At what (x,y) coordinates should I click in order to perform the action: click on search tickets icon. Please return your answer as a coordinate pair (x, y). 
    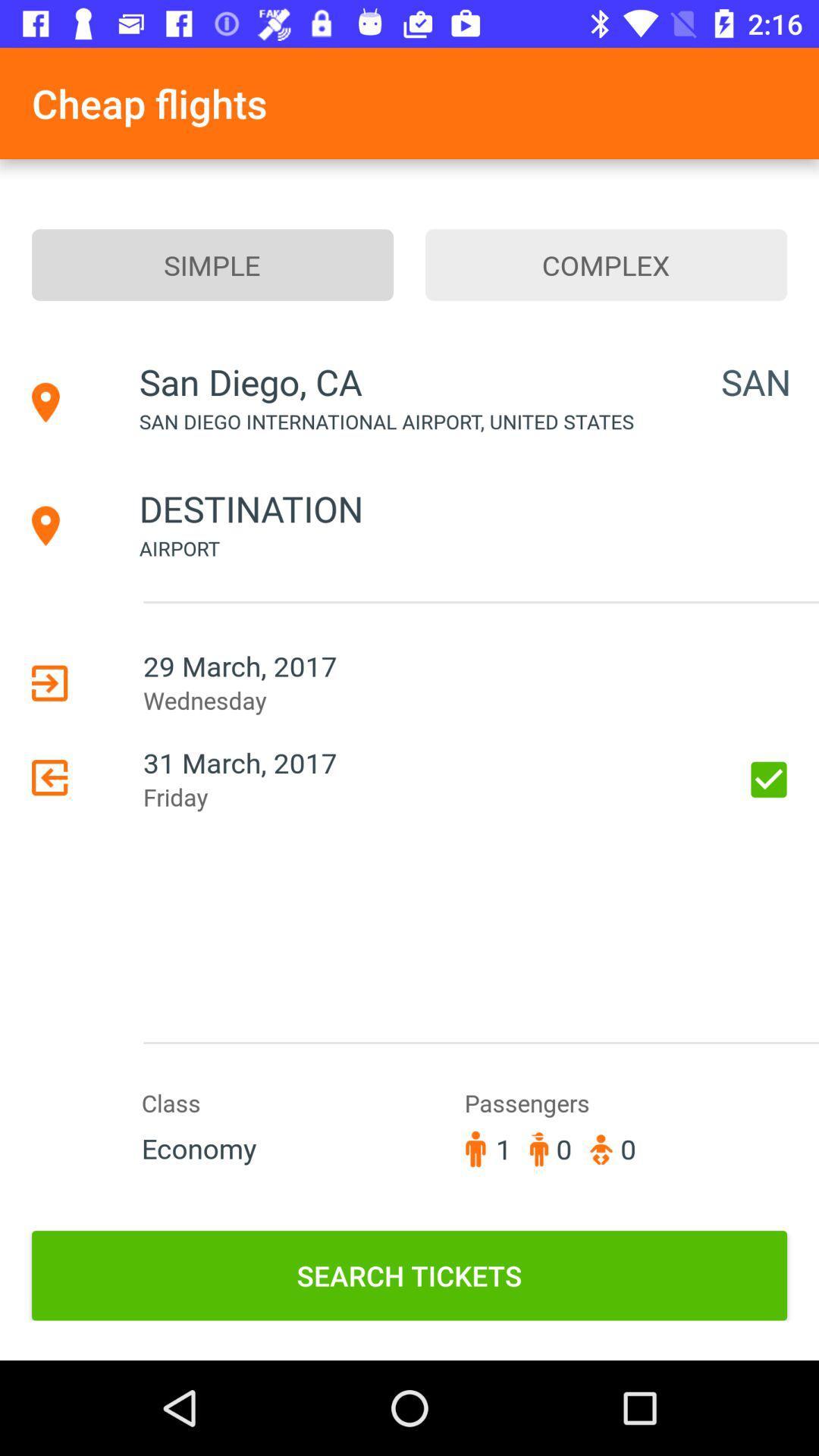
    Looking at the image, I should click on (409, 1275).